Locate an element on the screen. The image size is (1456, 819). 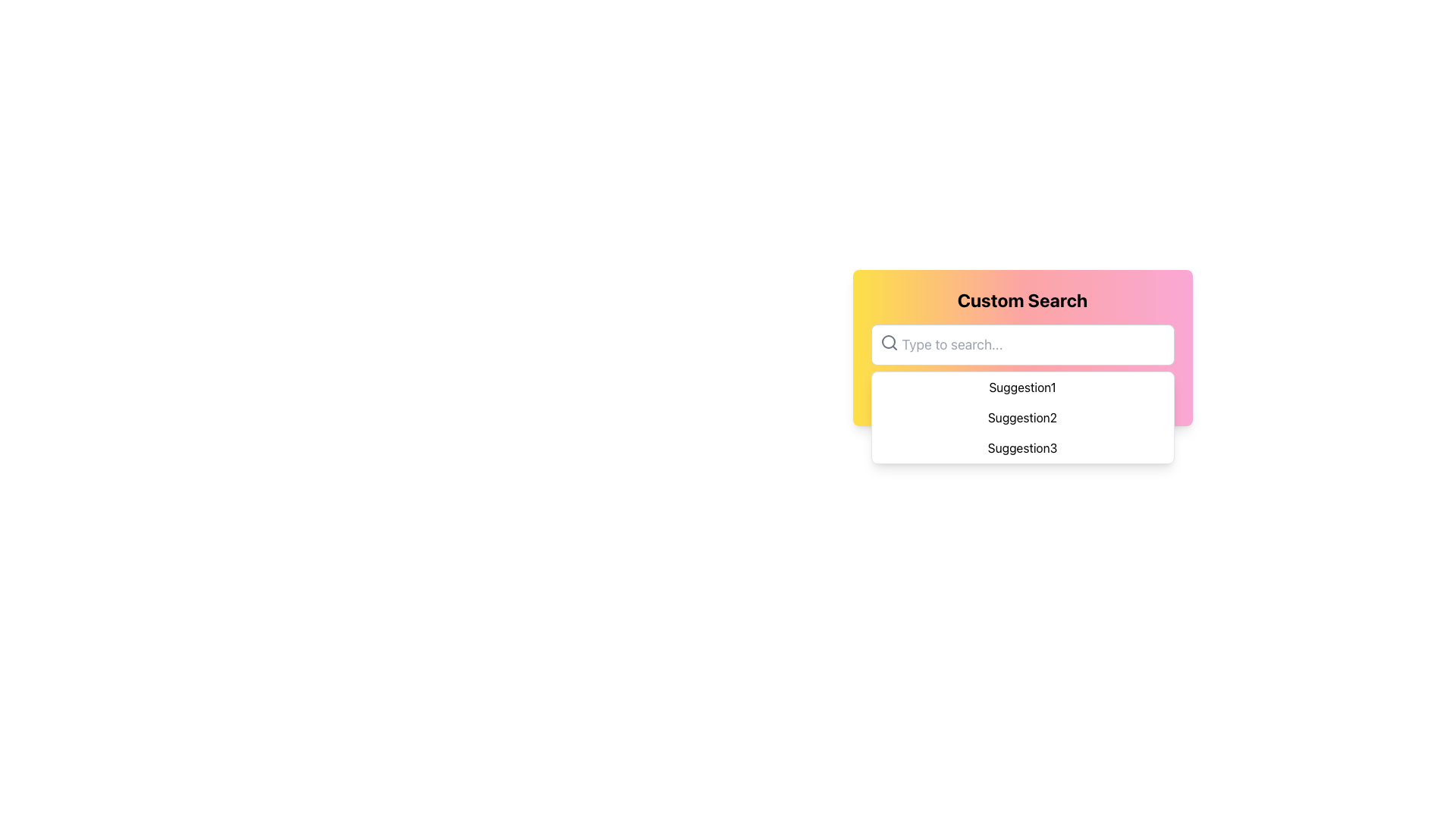
to select the highlighted suggestion 'Suggestion2' from the white suggestion dropdown menu located beneath the search input field is located at coordinates (1022, 418).